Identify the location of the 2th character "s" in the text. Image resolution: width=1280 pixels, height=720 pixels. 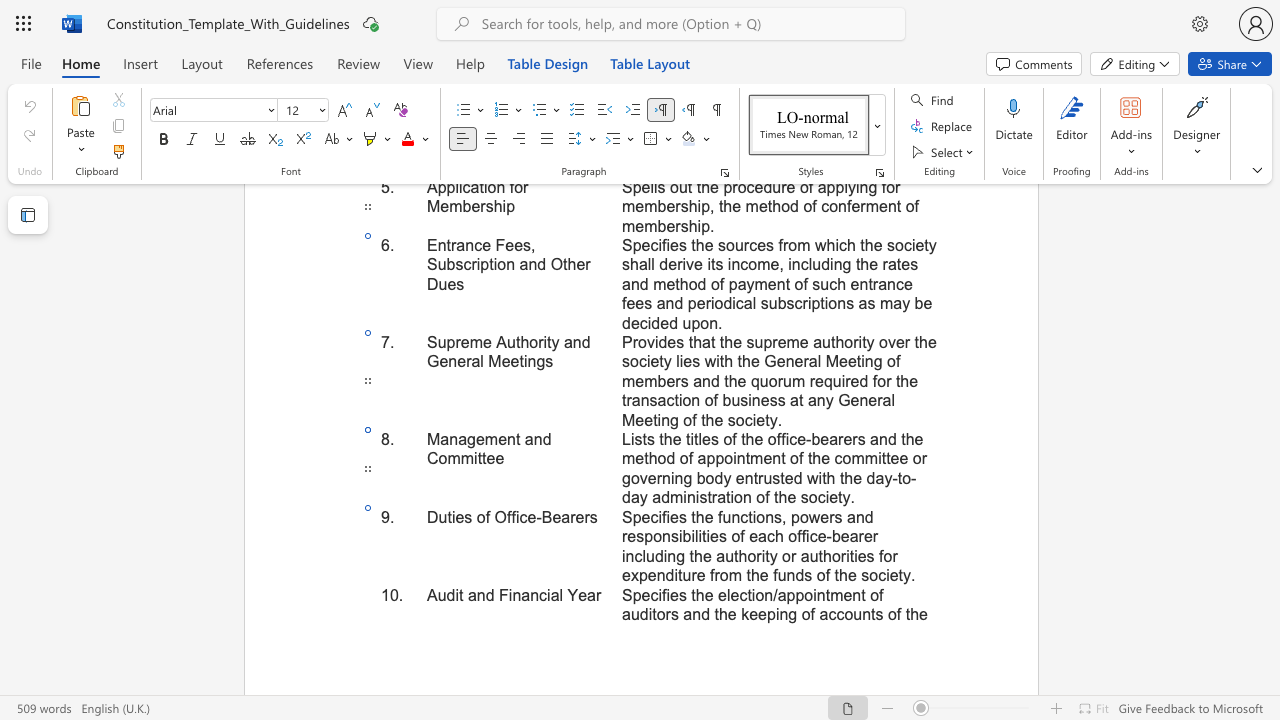
(592, 516).